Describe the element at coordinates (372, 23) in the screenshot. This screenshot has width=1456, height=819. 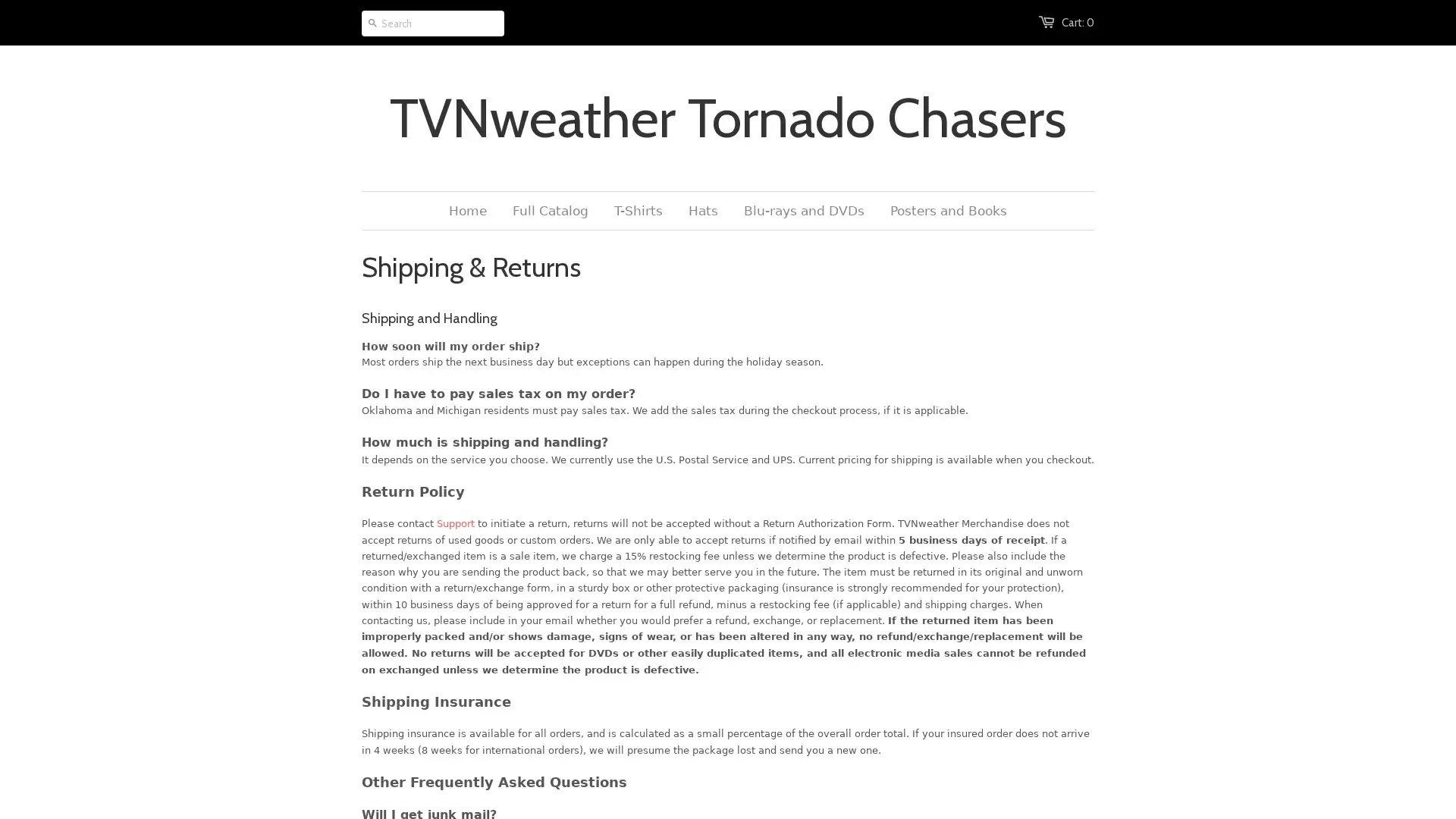
I see `Go` at that location.